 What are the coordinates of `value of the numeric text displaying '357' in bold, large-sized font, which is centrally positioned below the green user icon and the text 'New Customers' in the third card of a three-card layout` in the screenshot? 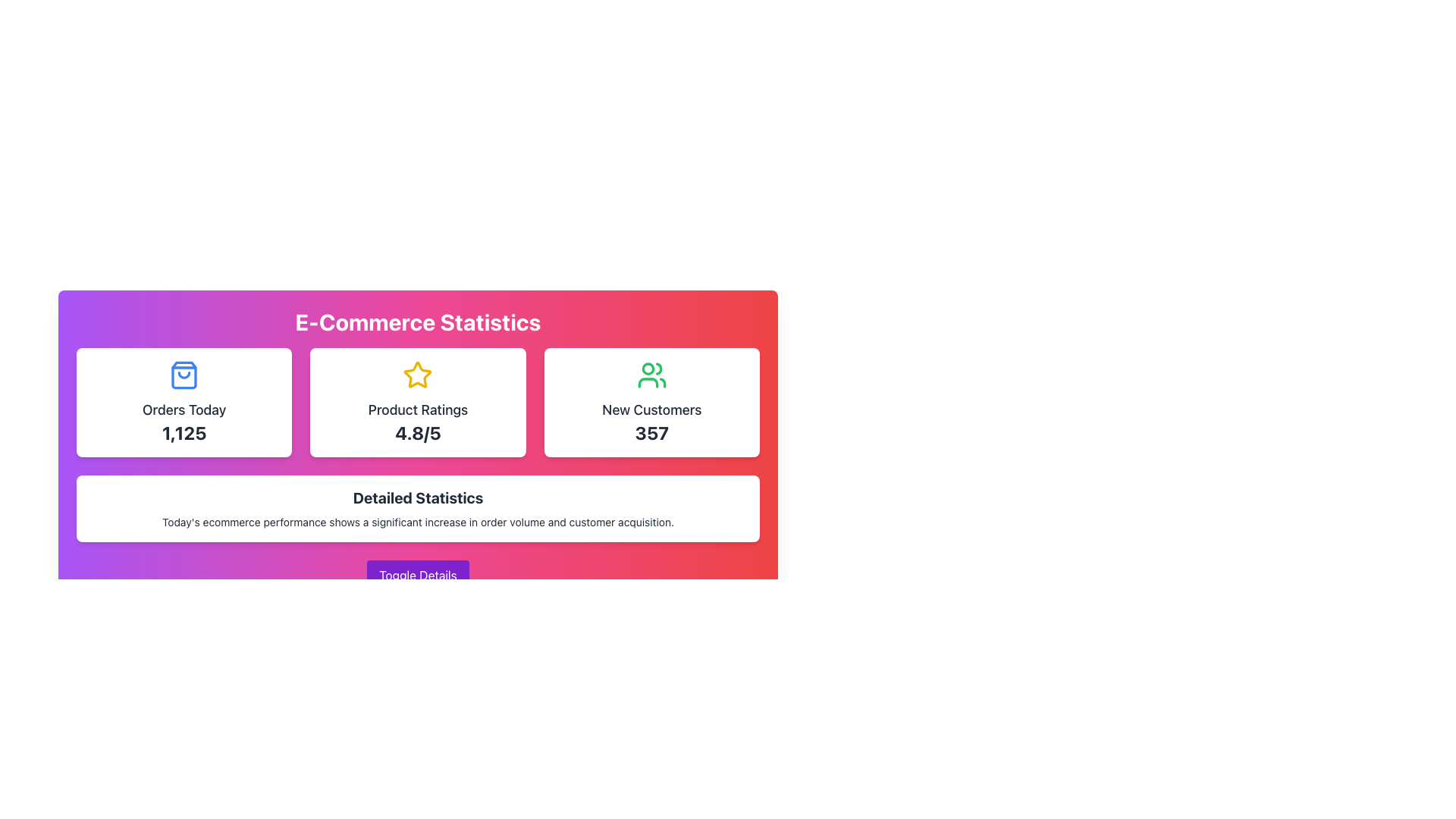 It's located at (651, 432).